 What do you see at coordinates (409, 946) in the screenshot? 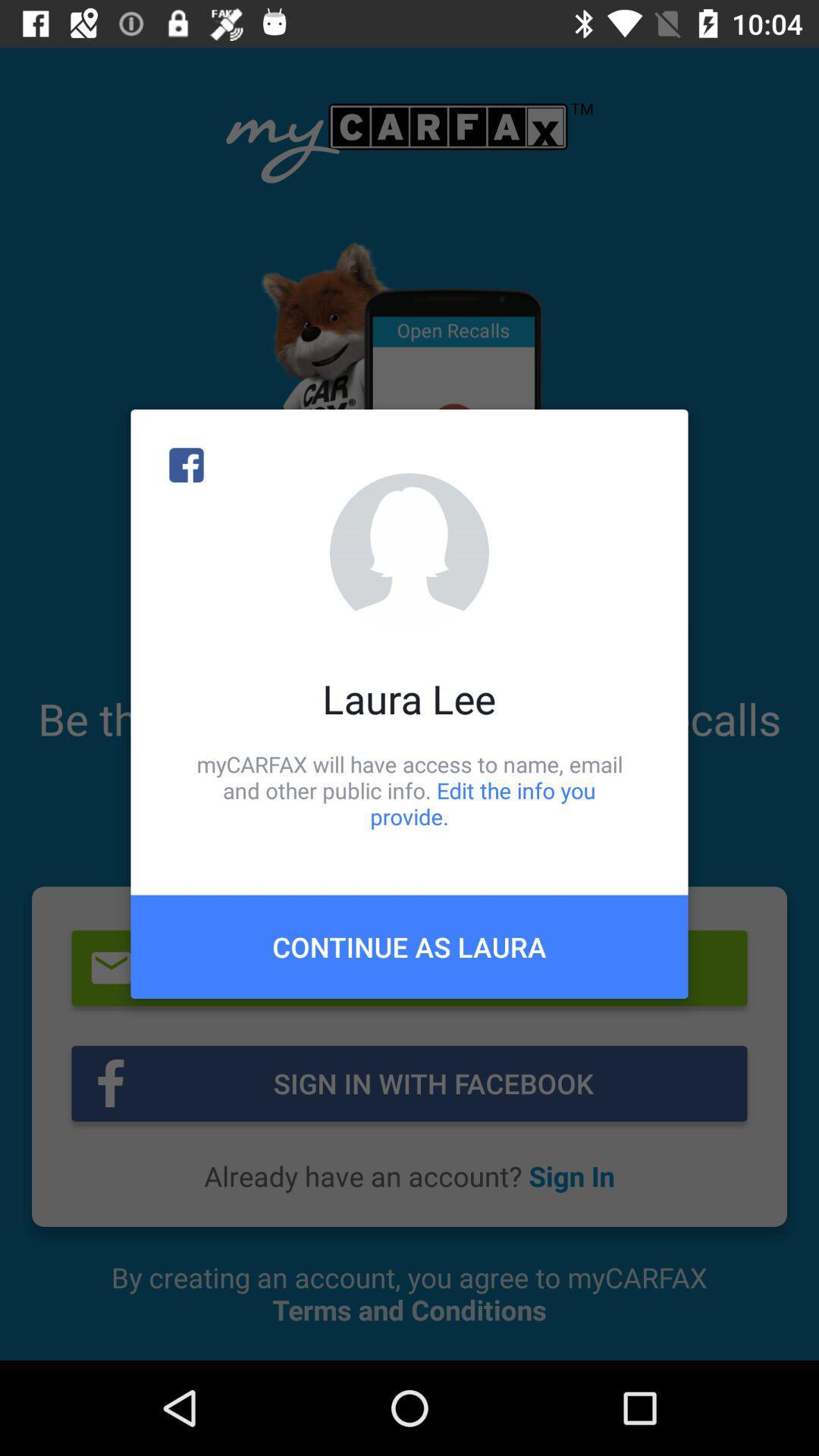
I see `continue as laura item` at bounding box center [409, 946].